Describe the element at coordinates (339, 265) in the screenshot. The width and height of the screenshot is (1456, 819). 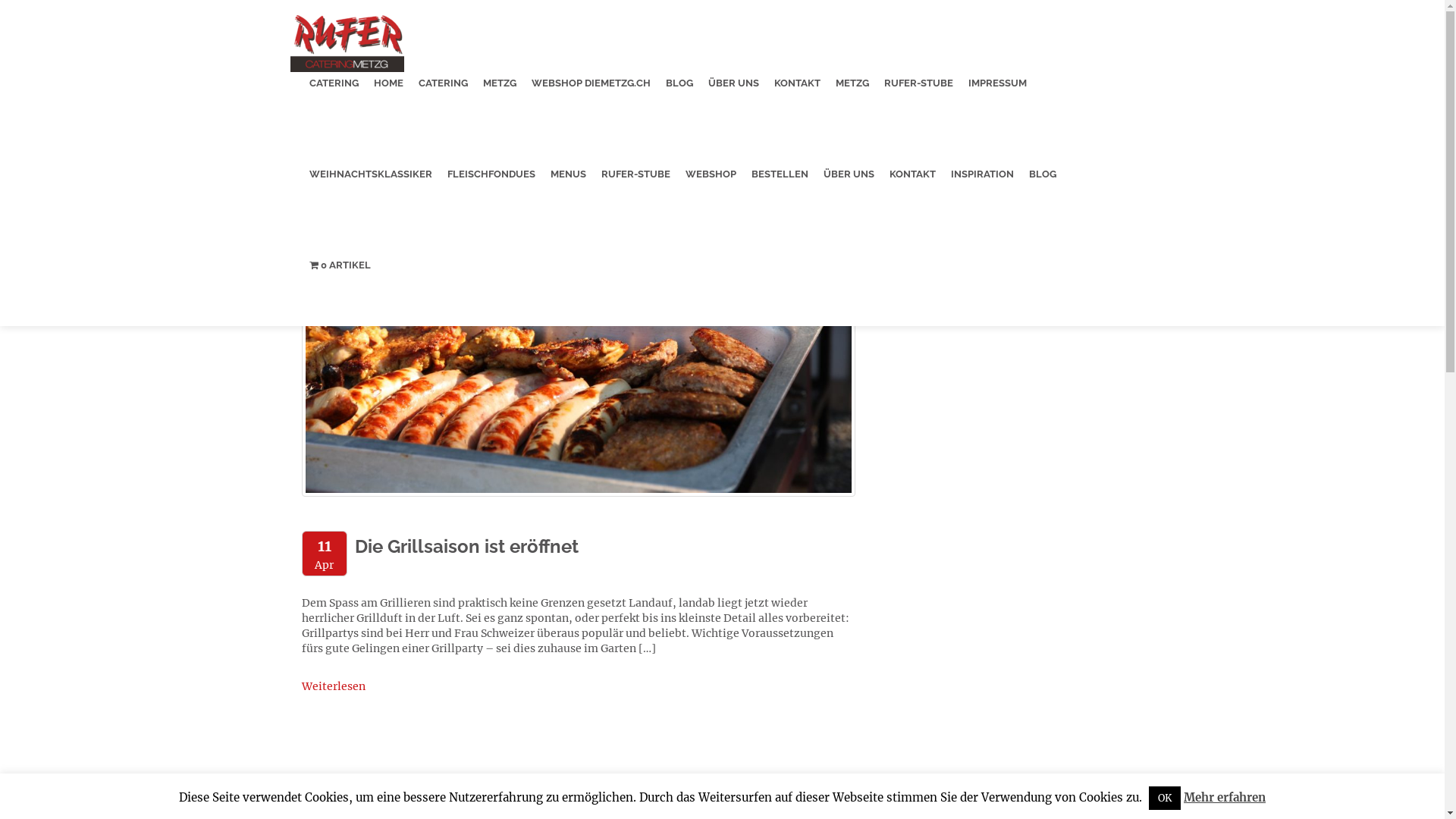
I see `'0 ARTIKEL'` at that location.